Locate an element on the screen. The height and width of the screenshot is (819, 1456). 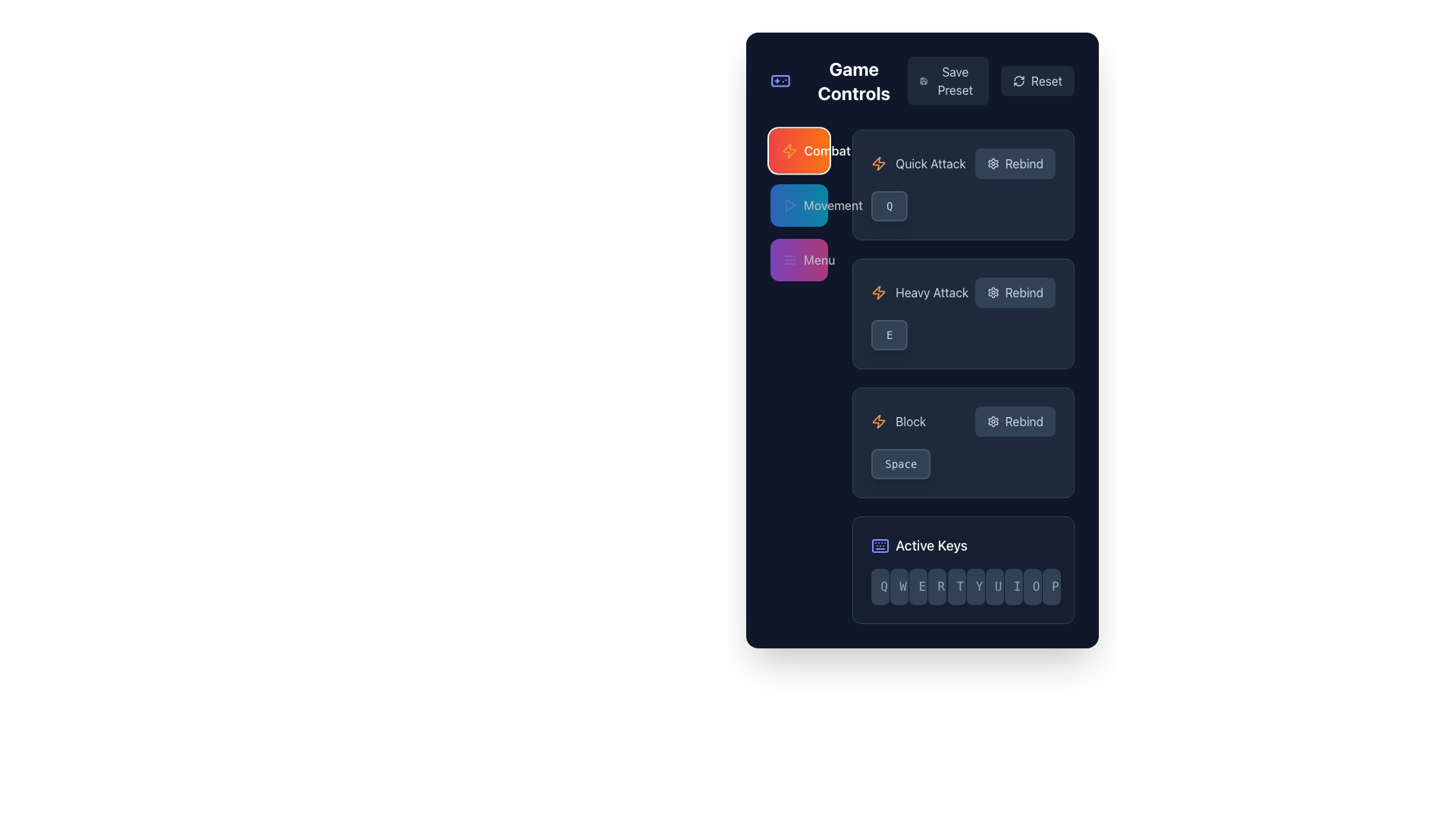
the 'Menu' button, which is the third button in a vertical list below 'Combat' and 'Movement', featuring a purple gradient background and an icon of three stacked horizontal lines is located at coordinates (808, 259).